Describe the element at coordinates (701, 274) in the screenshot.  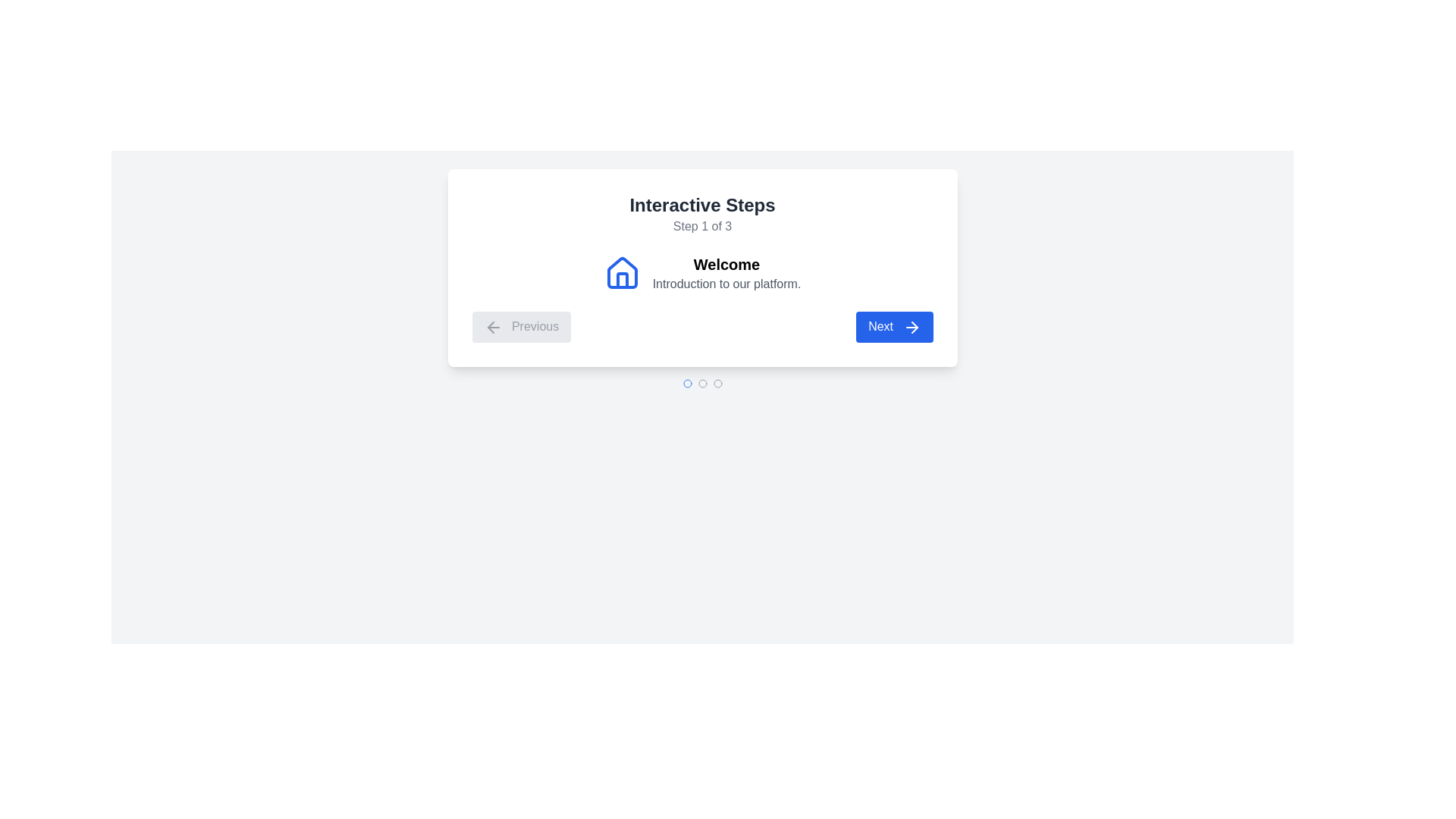
I see `the informational component that combines an icon and text, located centrally below 'Interactive Steps' and above the navigation buttons 'Previous' and 'Next'` at that location.